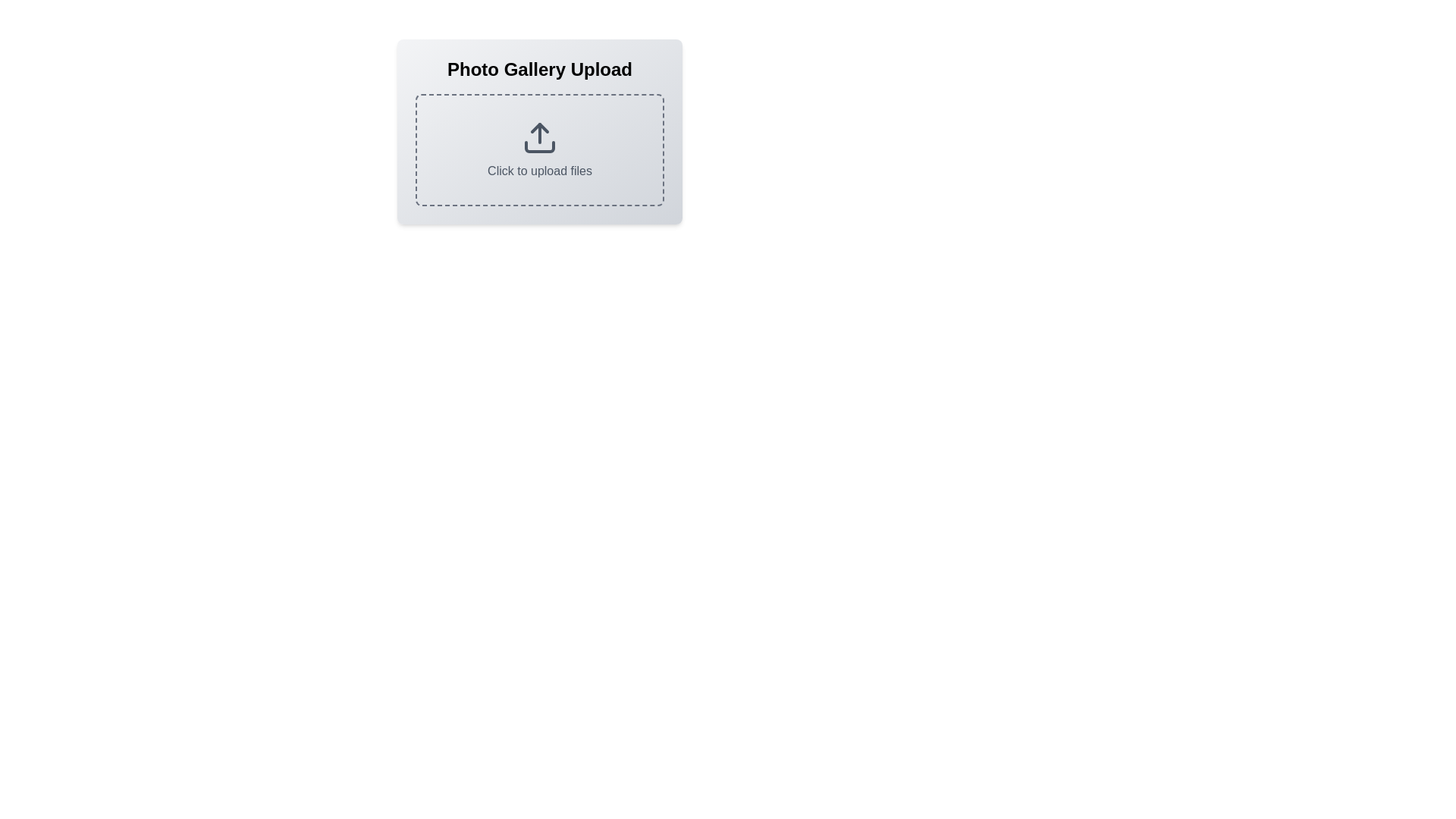  What do you see at coordinates (539, 70) in the screenshot?
I see `the text label that says 'Photo Gallery Upload', which is styled in a large, bold font and is centered horizontally above the dashed-bordered upload area` at bounding box center [539, 70].